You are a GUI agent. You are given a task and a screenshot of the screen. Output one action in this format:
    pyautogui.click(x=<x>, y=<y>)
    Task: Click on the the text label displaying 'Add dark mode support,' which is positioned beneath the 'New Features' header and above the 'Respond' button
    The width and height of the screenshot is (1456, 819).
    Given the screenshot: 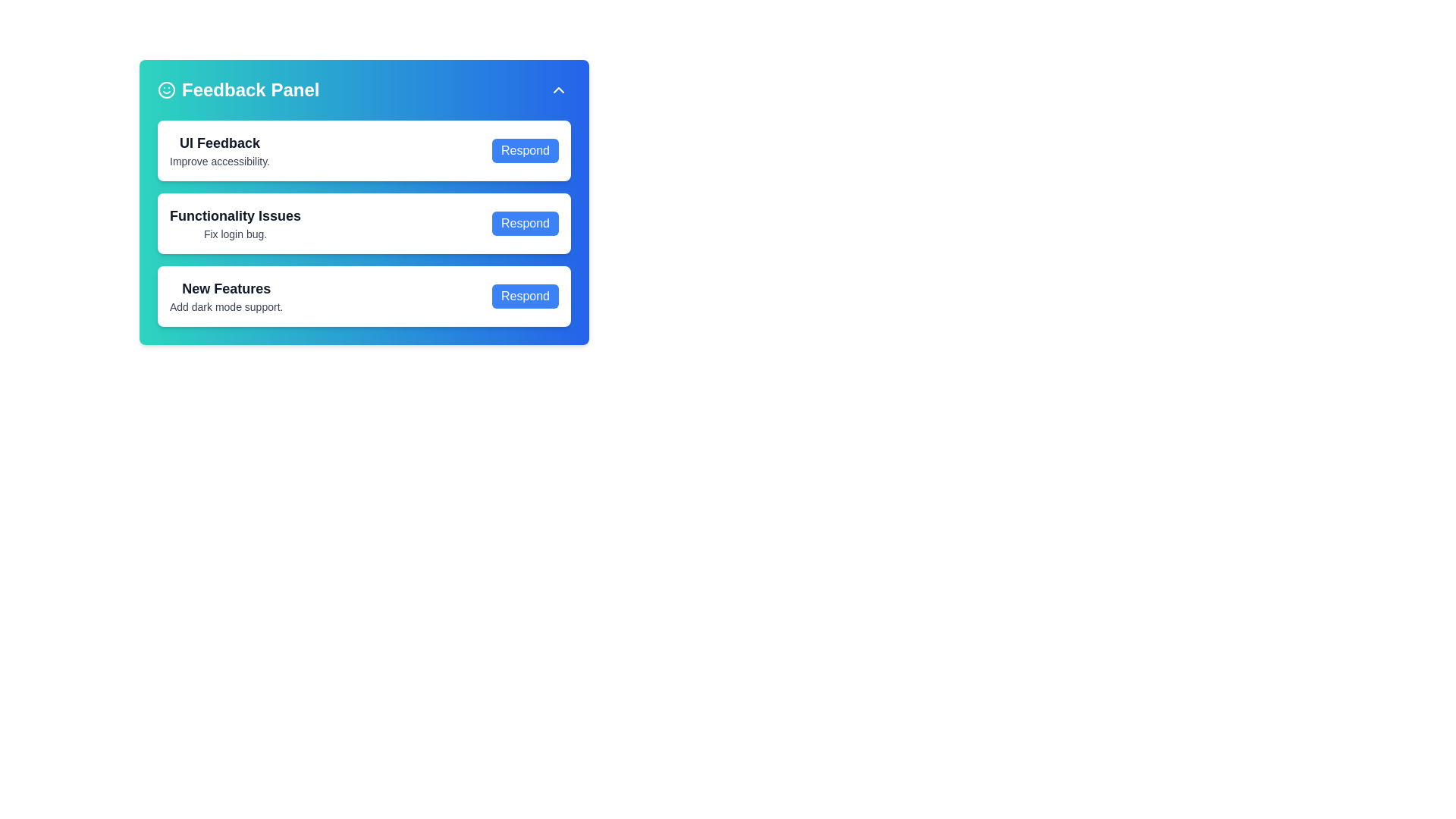 What is the action you would take?
    pyautogui.click(x=225, y=307)
    